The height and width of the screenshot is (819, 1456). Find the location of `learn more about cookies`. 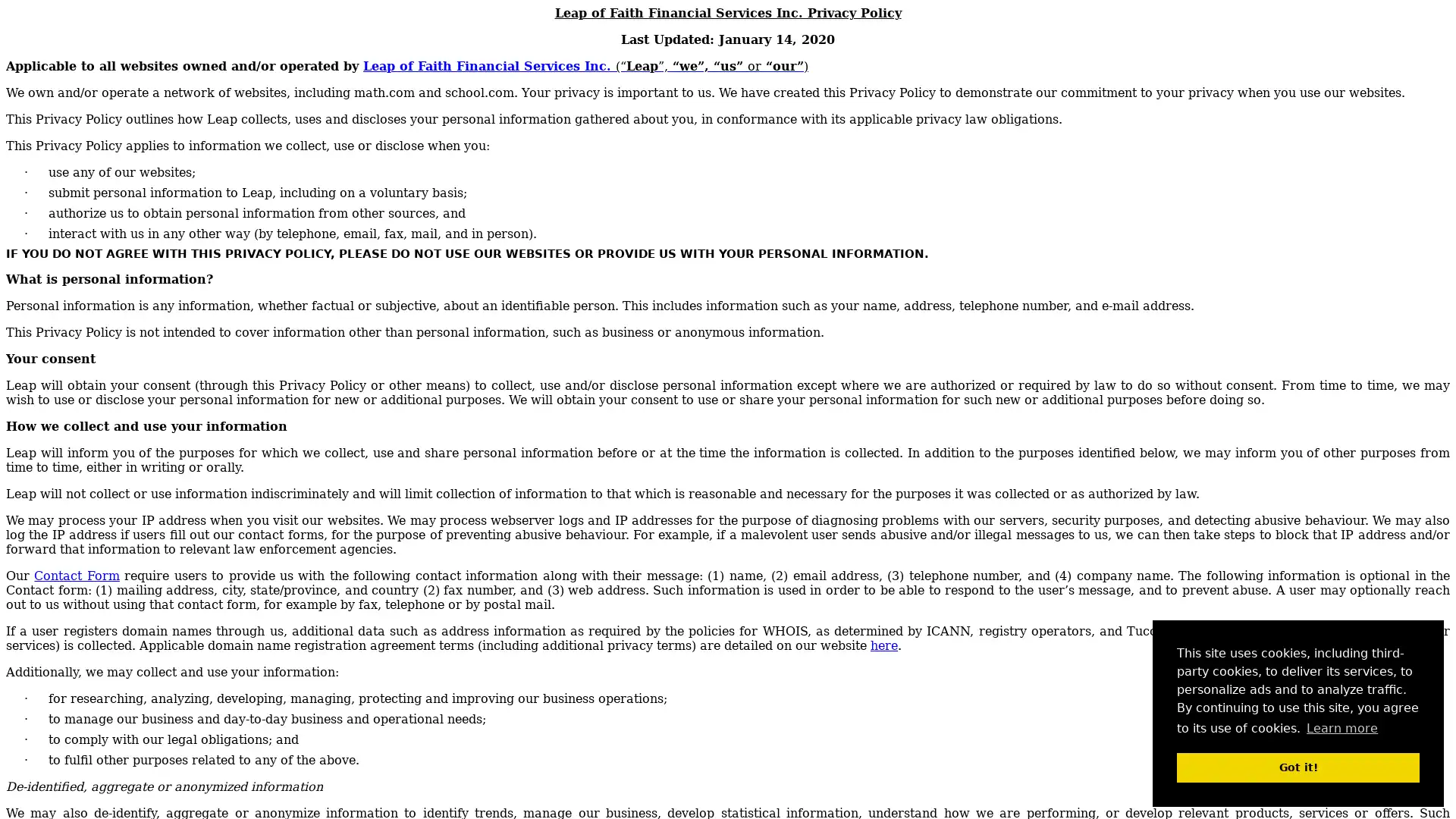

learn more about cookies is located at coordinates (1342, 727).